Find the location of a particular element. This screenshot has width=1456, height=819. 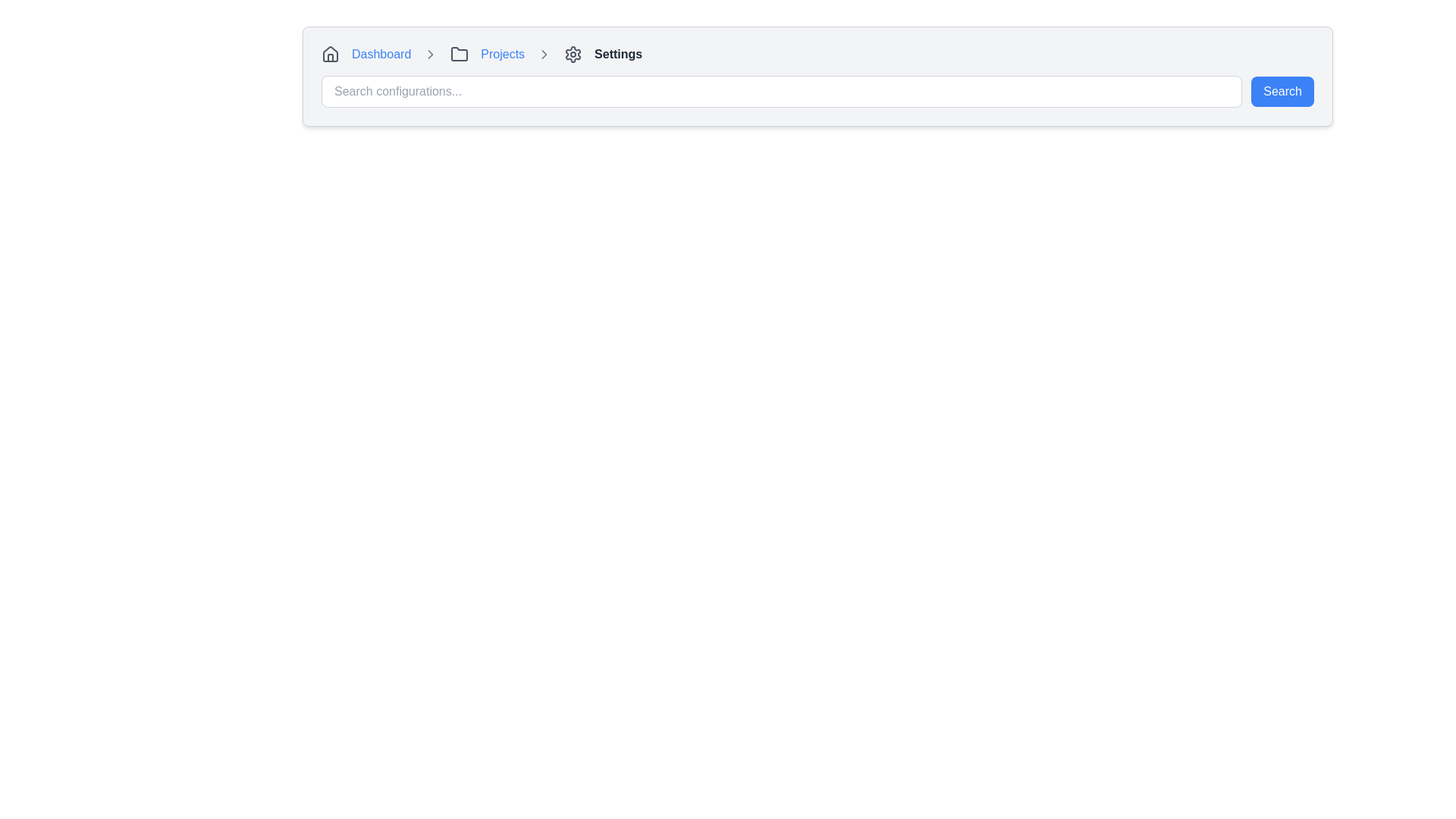

the third textual item in the breadcrumb navigation bar that indicates the current or targeted section related to settings, immediately following the text 'Projects' is located at coordinates (618, 54).